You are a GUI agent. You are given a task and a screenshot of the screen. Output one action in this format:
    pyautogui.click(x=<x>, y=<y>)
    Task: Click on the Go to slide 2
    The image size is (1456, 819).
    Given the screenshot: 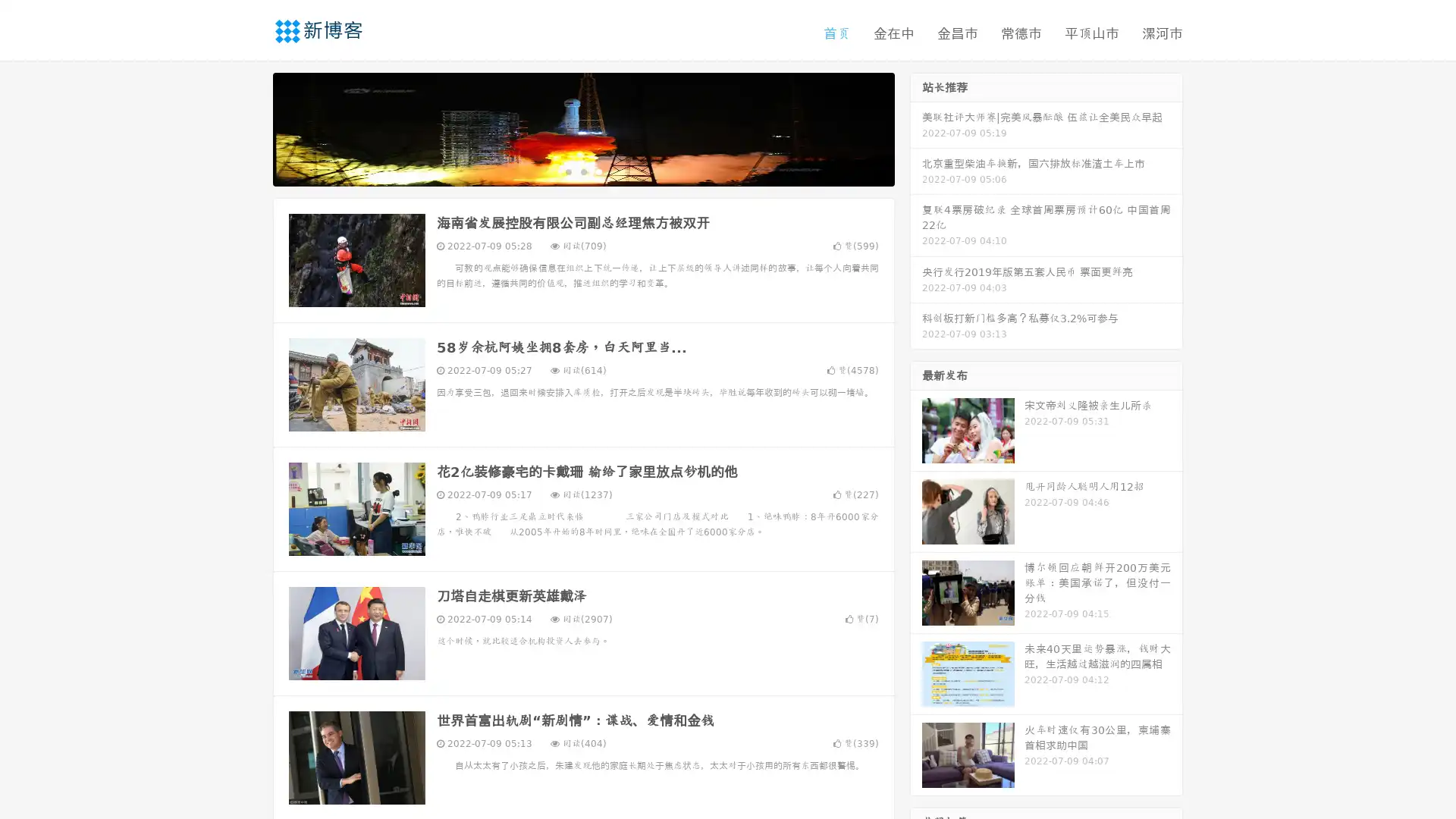 What is the action you would take?
    pyautogui.click(x=582, y=171)
    